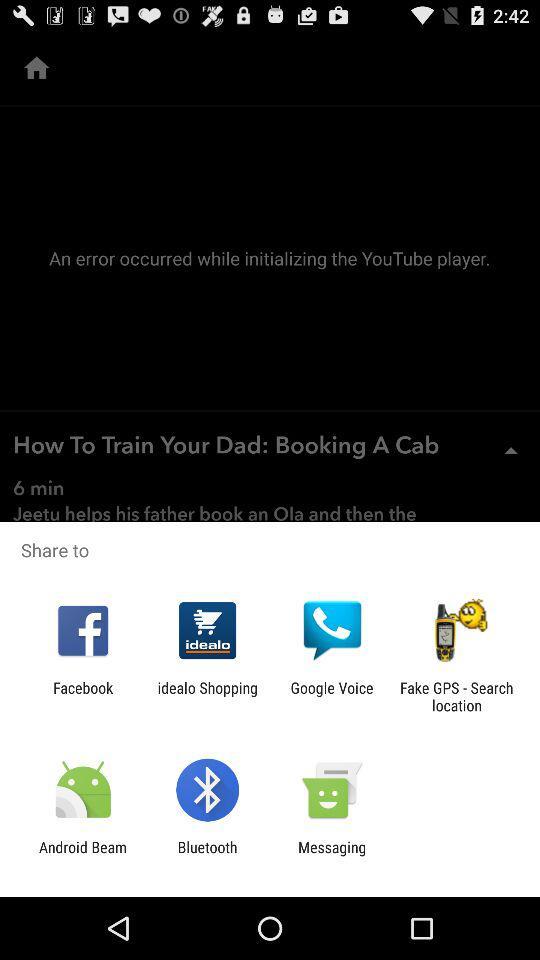  I want to click on item next to facebook app, so click(206, 696).